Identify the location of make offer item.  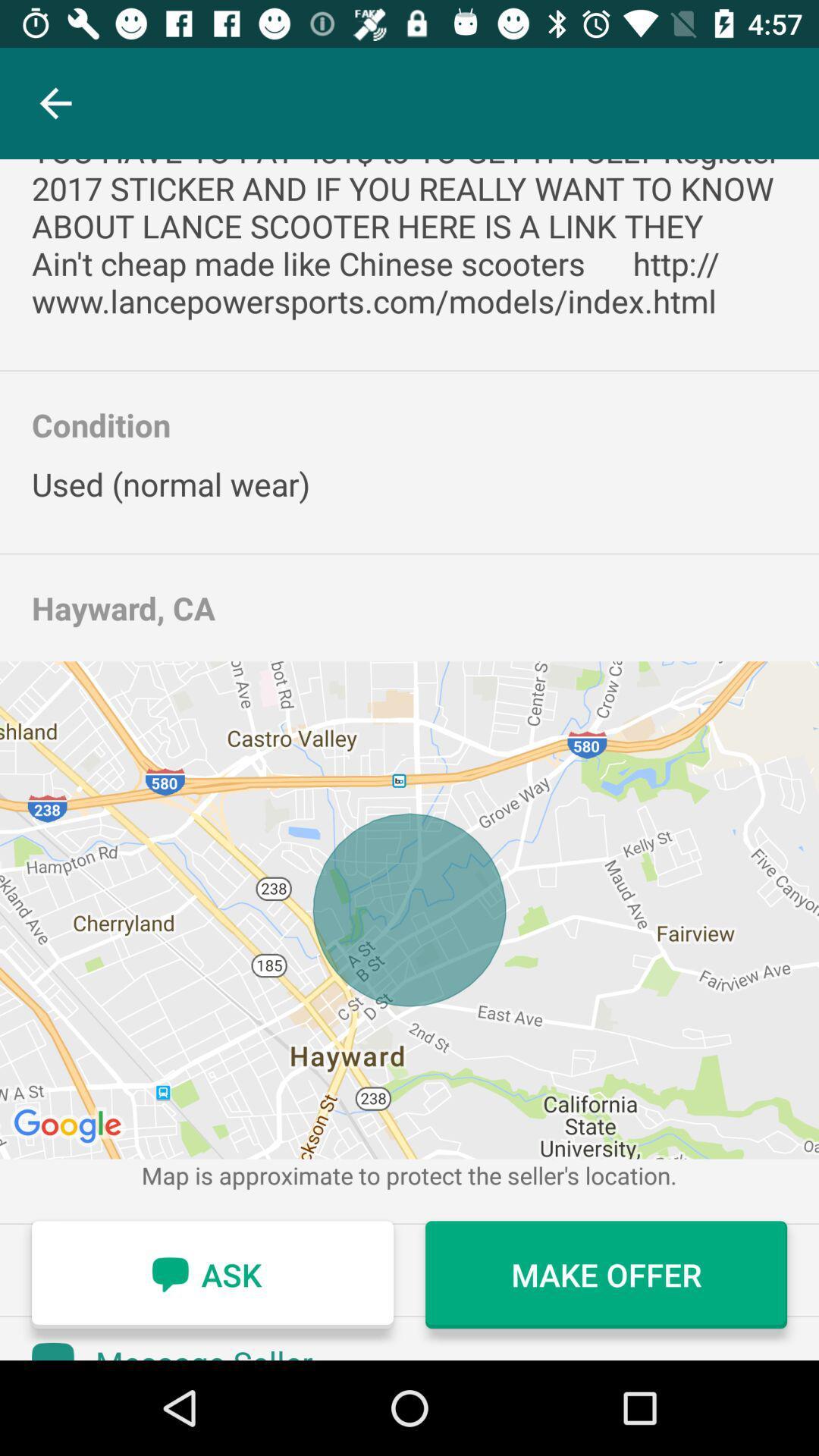
(605, 1274).